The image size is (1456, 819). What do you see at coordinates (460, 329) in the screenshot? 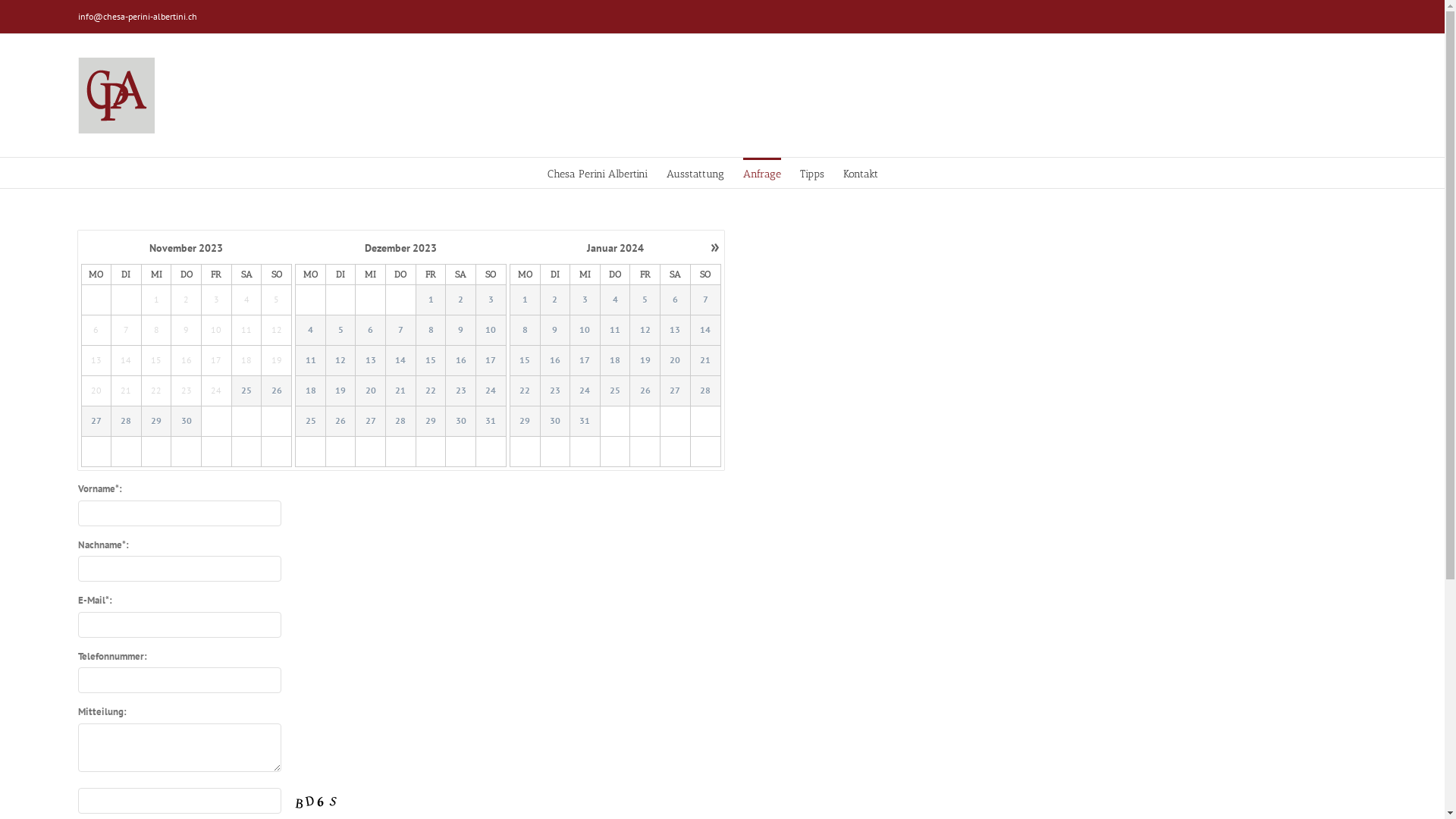
I see `'9'` at bounding box center [460, 329].